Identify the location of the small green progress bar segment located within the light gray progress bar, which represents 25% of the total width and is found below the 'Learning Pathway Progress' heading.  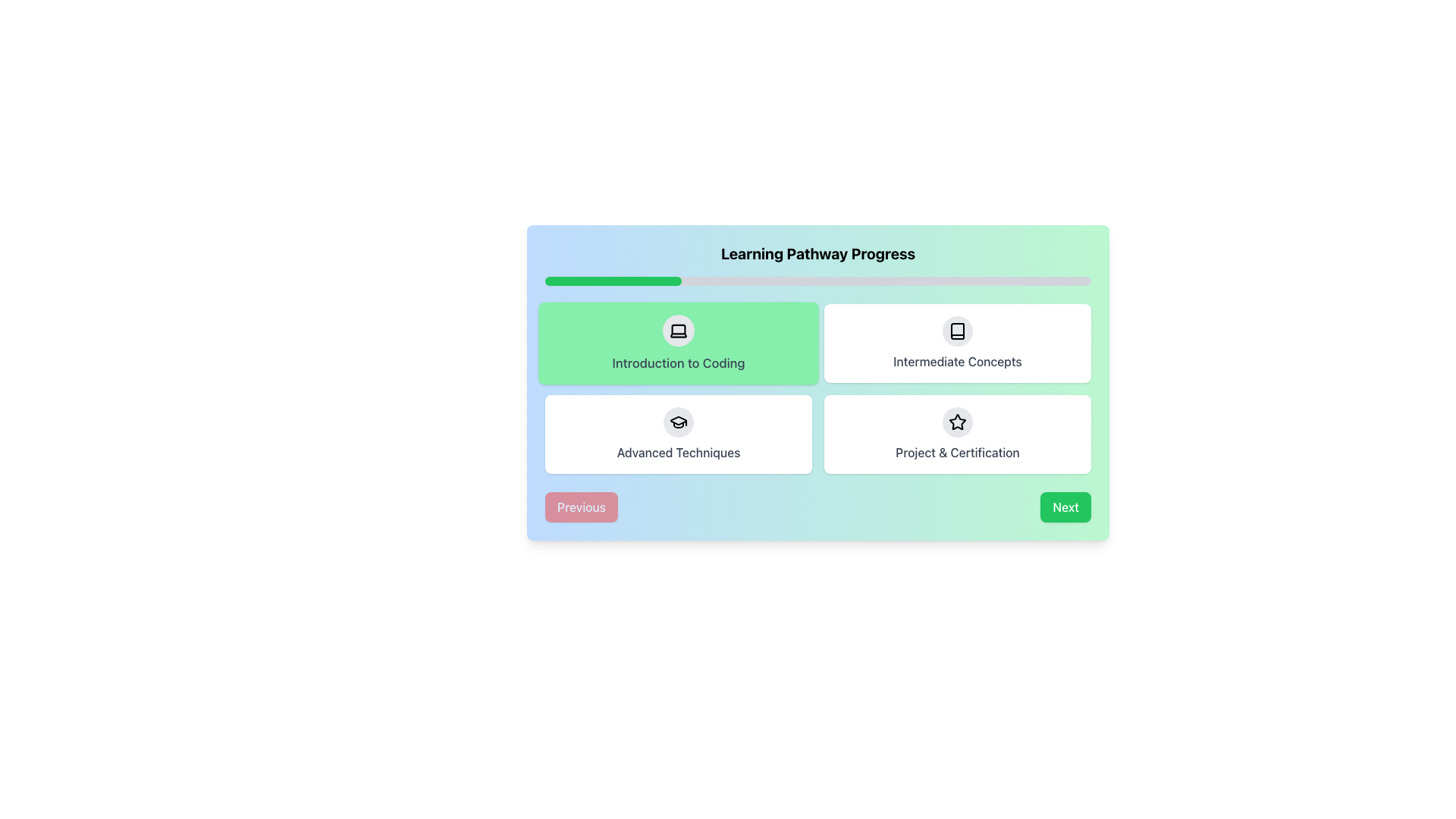
(613, 281).